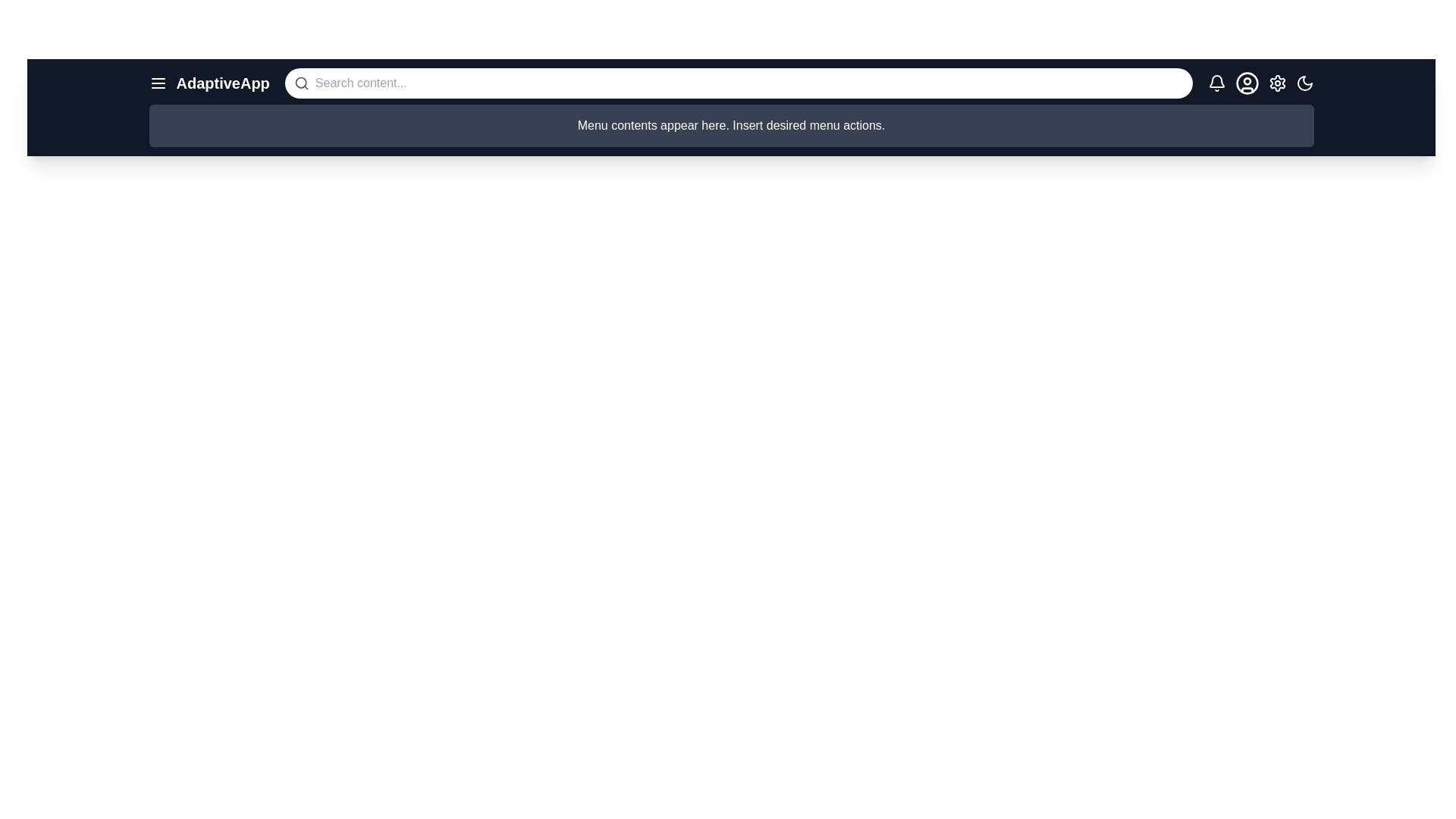 The height and width of the screenshot is (819, 1456). What do you see at coordinates (1216, 83) in the screenshot?
I see `the bell icon to reveal its tooltip` at bounding box center [1216, 83].